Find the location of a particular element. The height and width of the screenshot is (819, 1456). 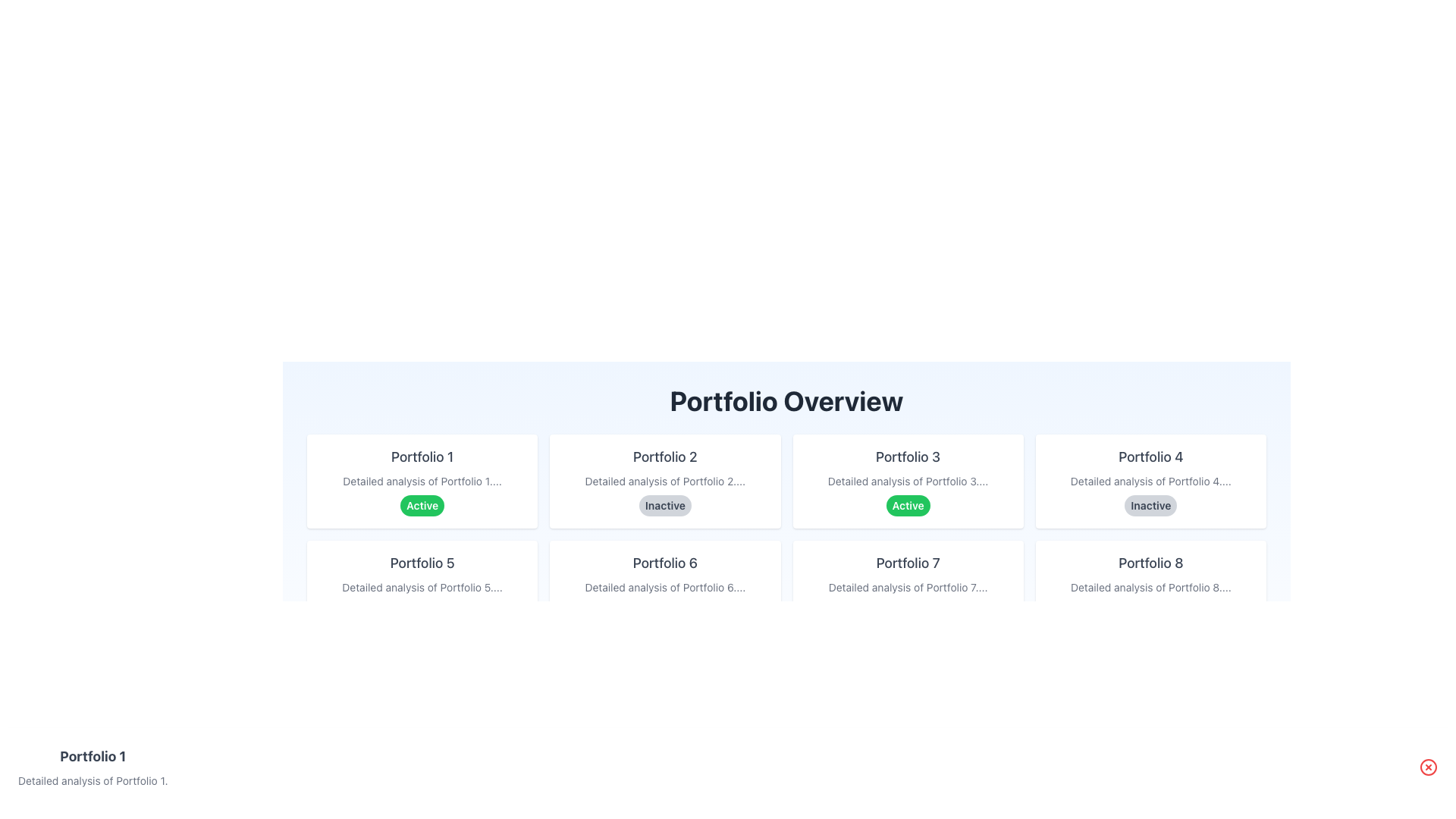

the card labeled 'Portfolio 8' which has a light white background, rounded rectangular shape, and an 'Inactive' badge at the bottom is located at coordinates (1150, 587).